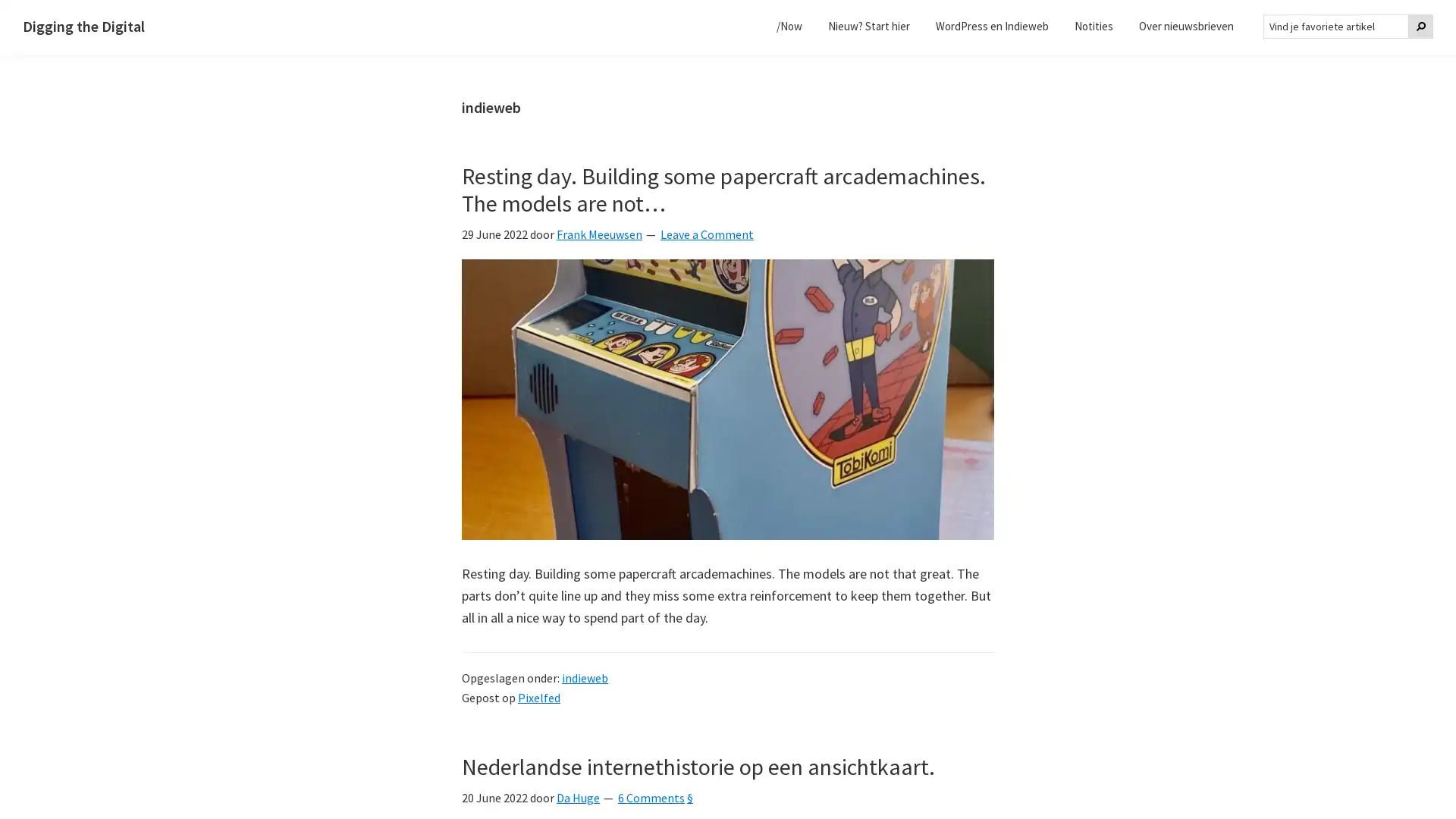  Describe the element at coordinates (1420, 26) in the screenshot. I see `Search` at that location.